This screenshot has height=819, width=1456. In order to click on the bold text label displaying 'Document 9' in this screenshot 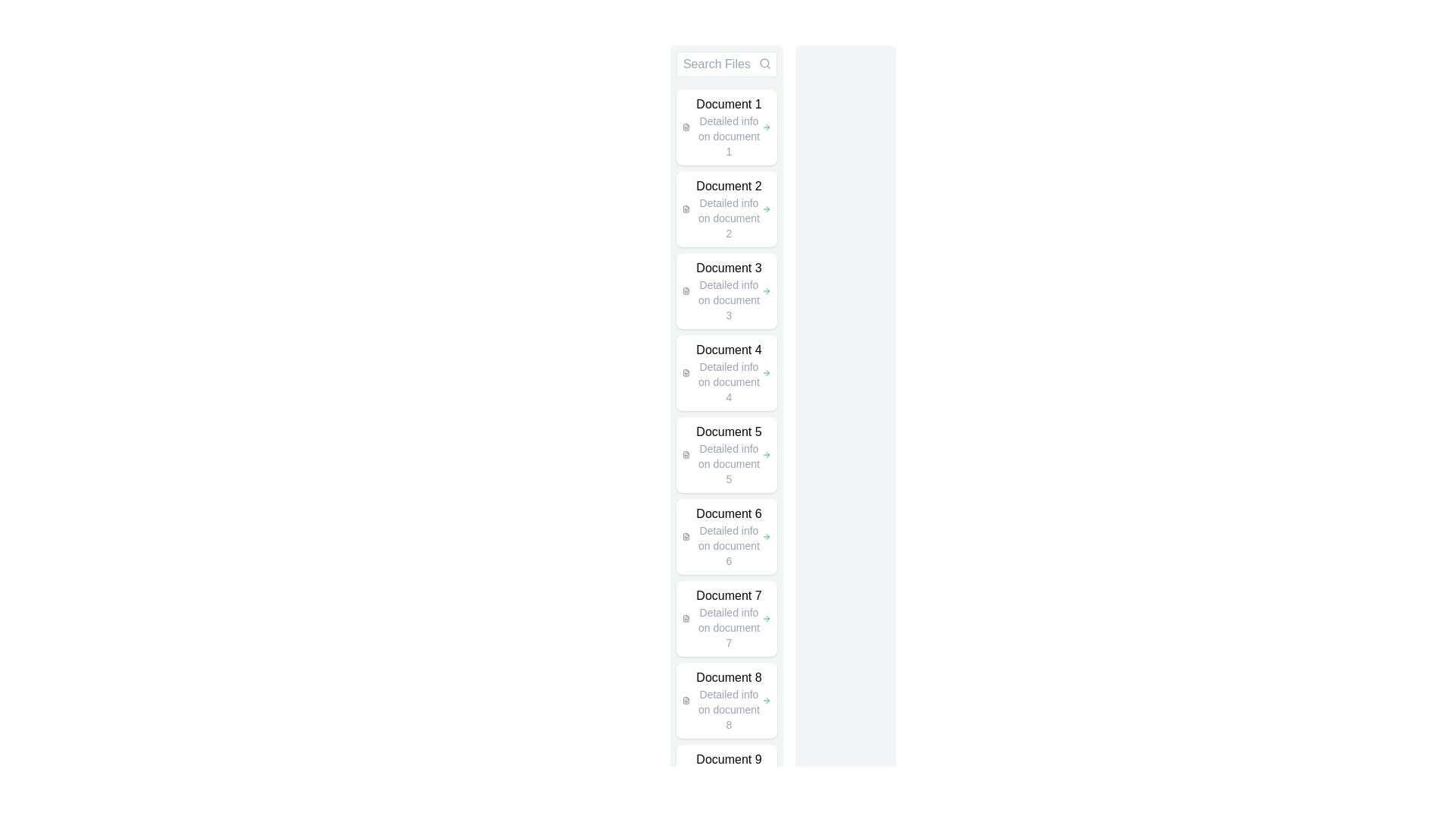, I will do `click(729, 760)`.